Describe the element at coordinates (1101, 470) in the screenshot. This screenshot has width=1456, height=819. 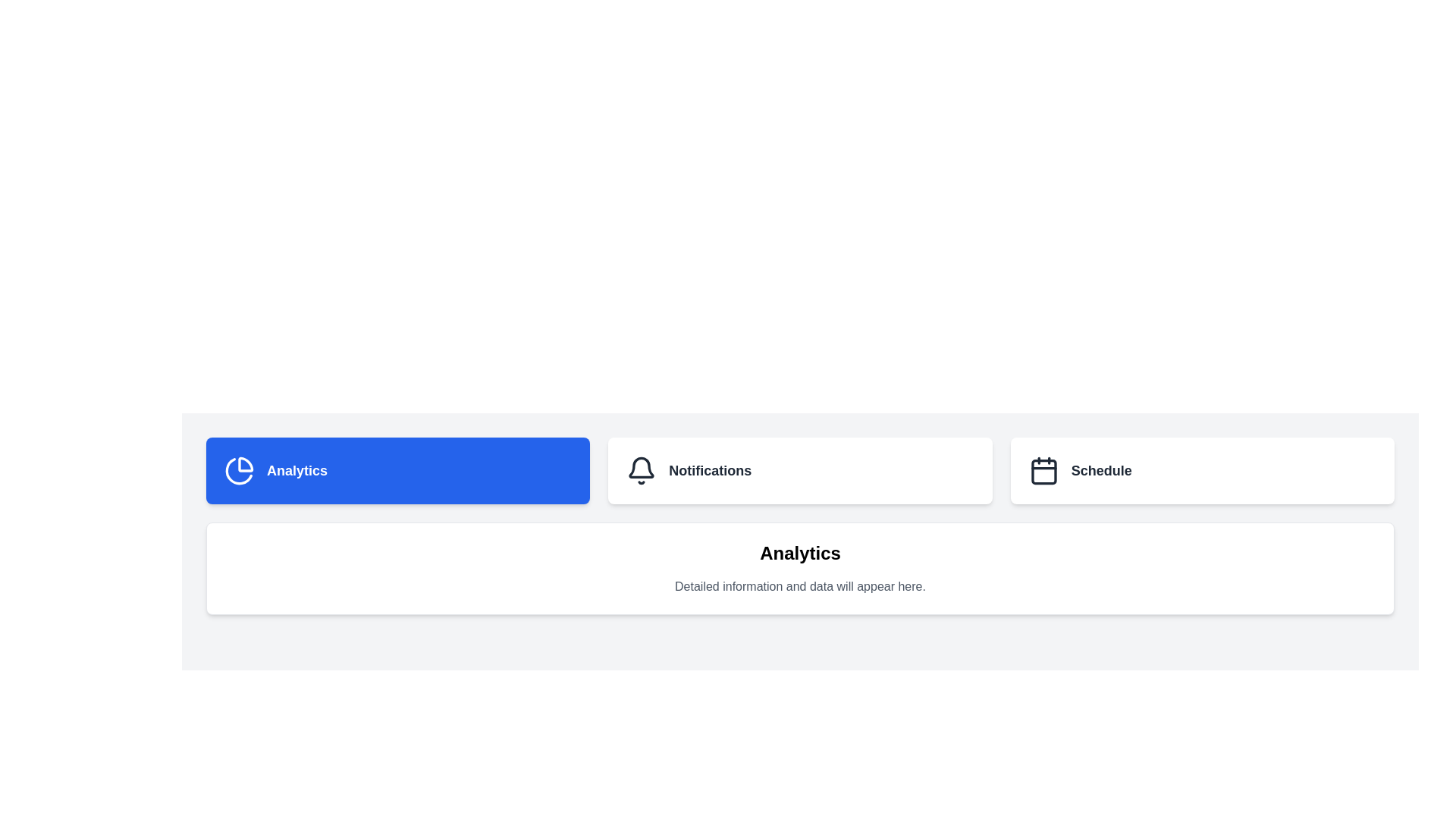
I see `the text label identifying the 'Schedule' module` at that location.